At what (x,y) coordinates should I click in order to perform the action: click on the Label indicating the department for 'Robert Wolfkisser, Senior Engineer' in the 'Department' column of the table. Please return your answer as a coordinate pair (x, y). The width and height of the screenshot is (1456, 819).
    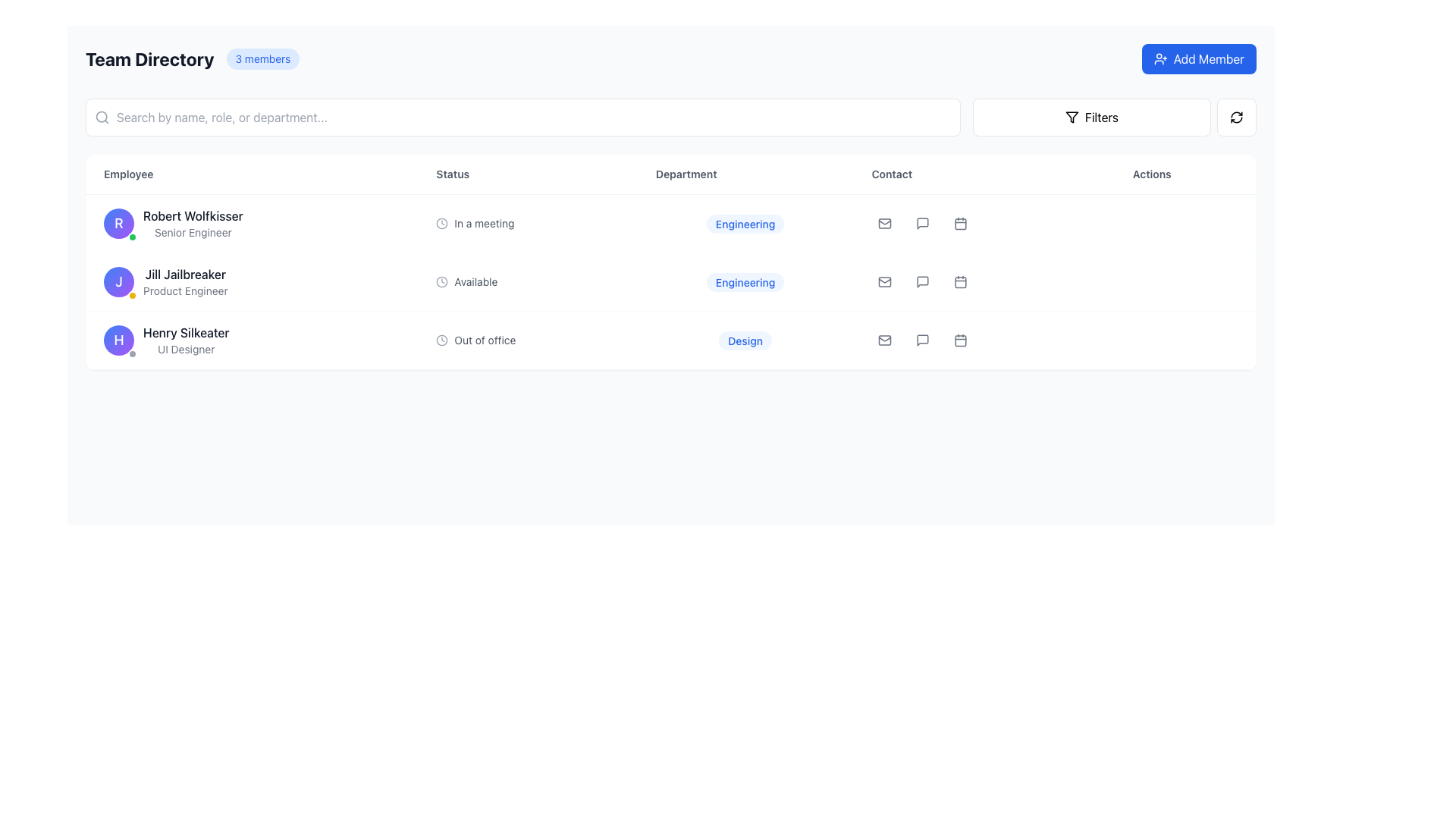
    Looking at the image, I should click on (745, 223).